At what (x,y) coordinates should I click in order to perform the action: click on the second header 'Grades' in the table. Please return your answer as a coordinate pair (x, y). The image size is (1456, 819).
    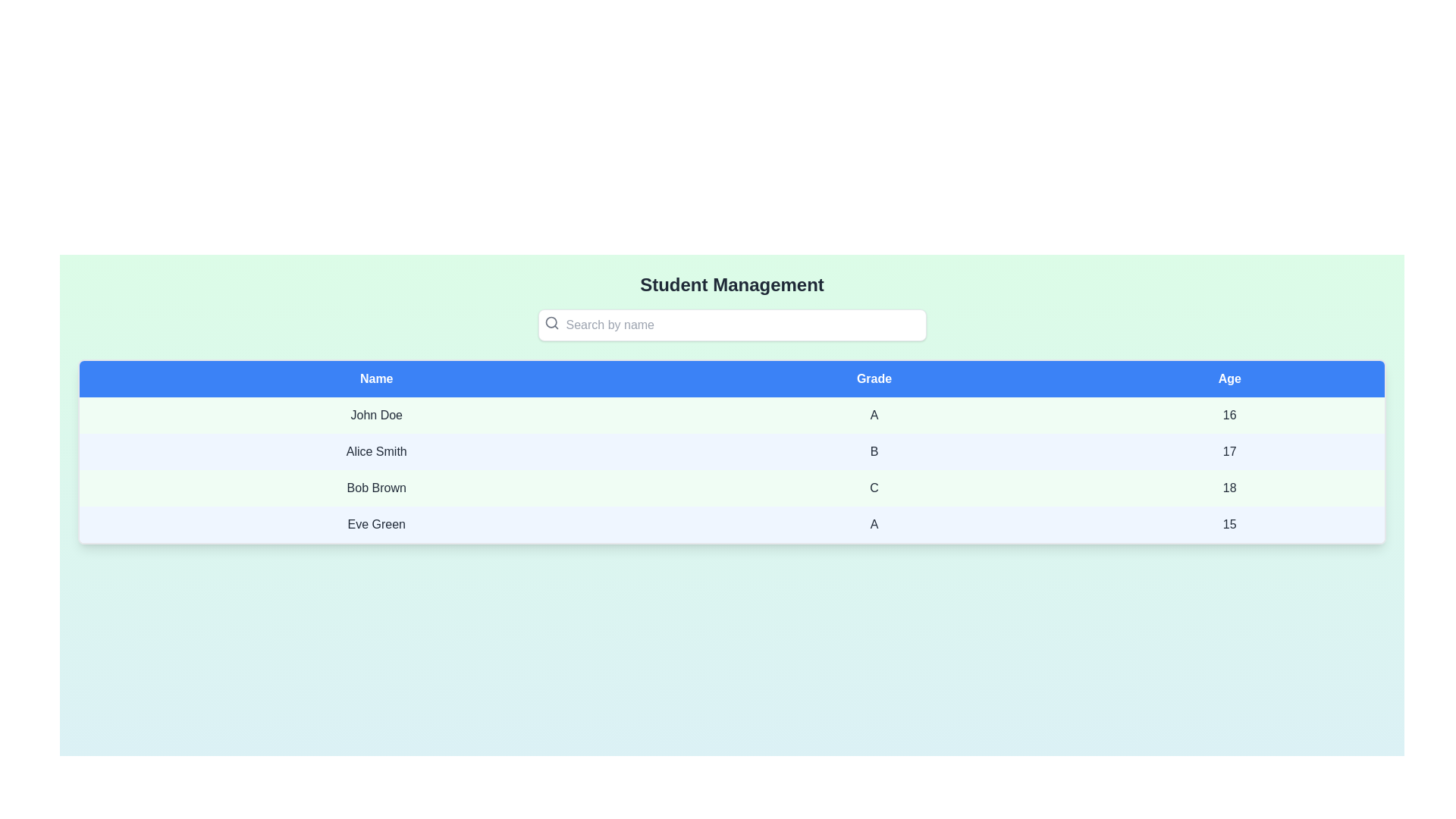
    Looking at the image, I should click on (874, 378).